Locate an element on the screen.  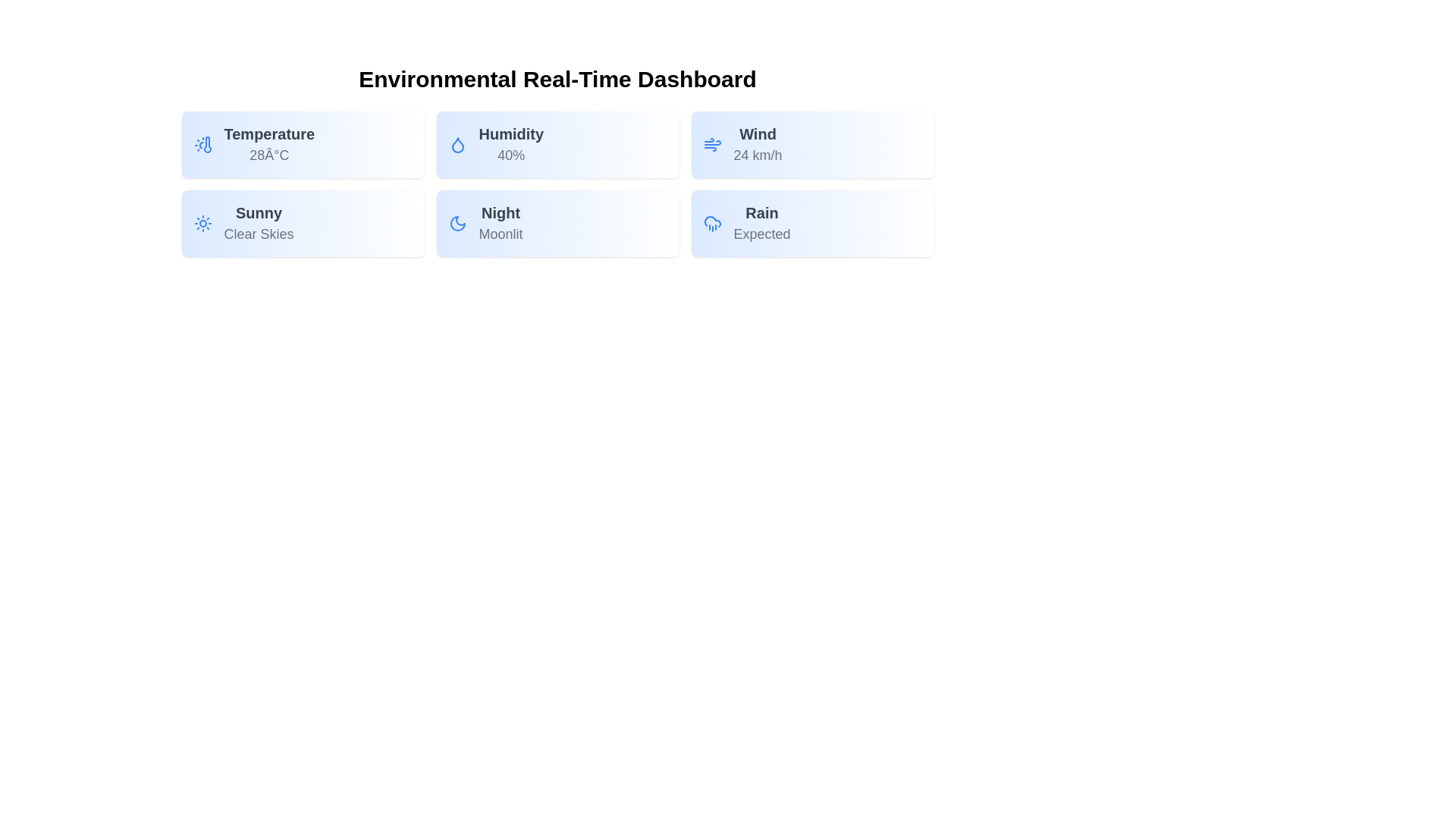
the cloud with rain icon located in the bottom-right of the layout is located at coordinates (711, 221).